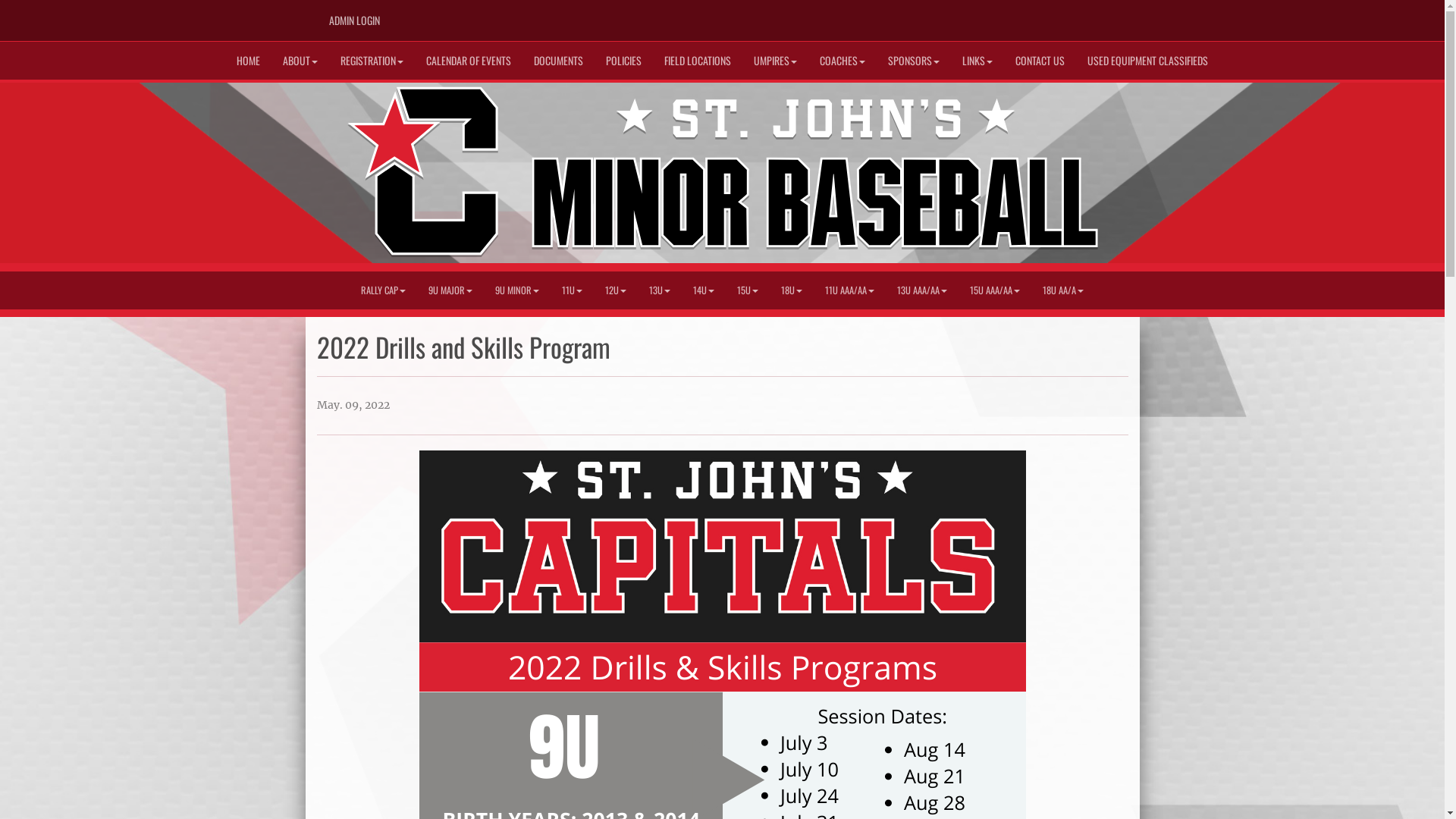 The width and height of the screenshot is (1456, 819). Describe the element at coordinates (450, 290) in the screenshot. I see `'9U MAJOR'` at that location.